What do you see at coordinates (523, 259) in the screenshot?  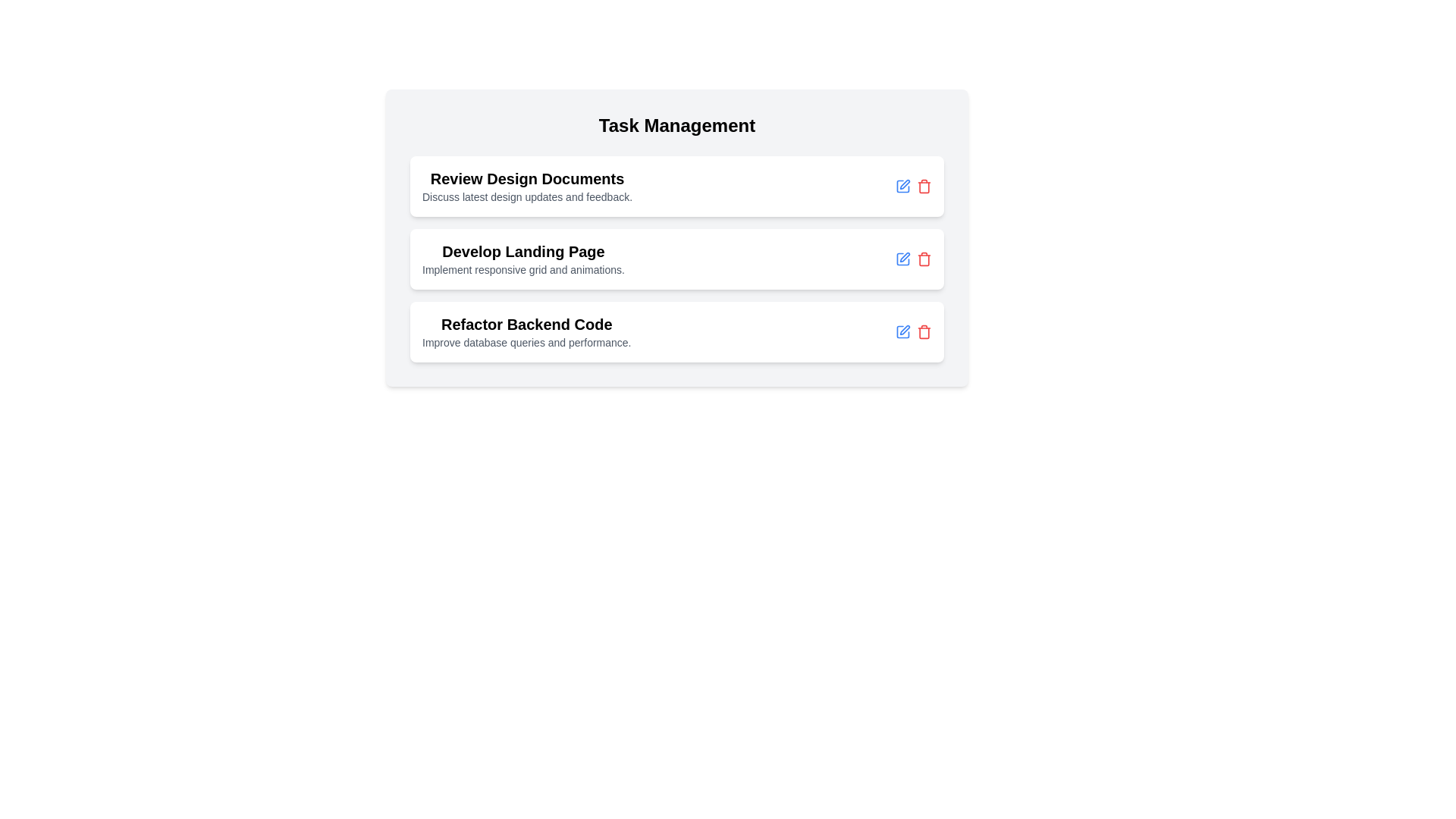 I see `the task item in the task manager interface that has a title and description, located between 'Review Design Documents' and 'Refactor Backend Code'` at bounding box center [523, 259].